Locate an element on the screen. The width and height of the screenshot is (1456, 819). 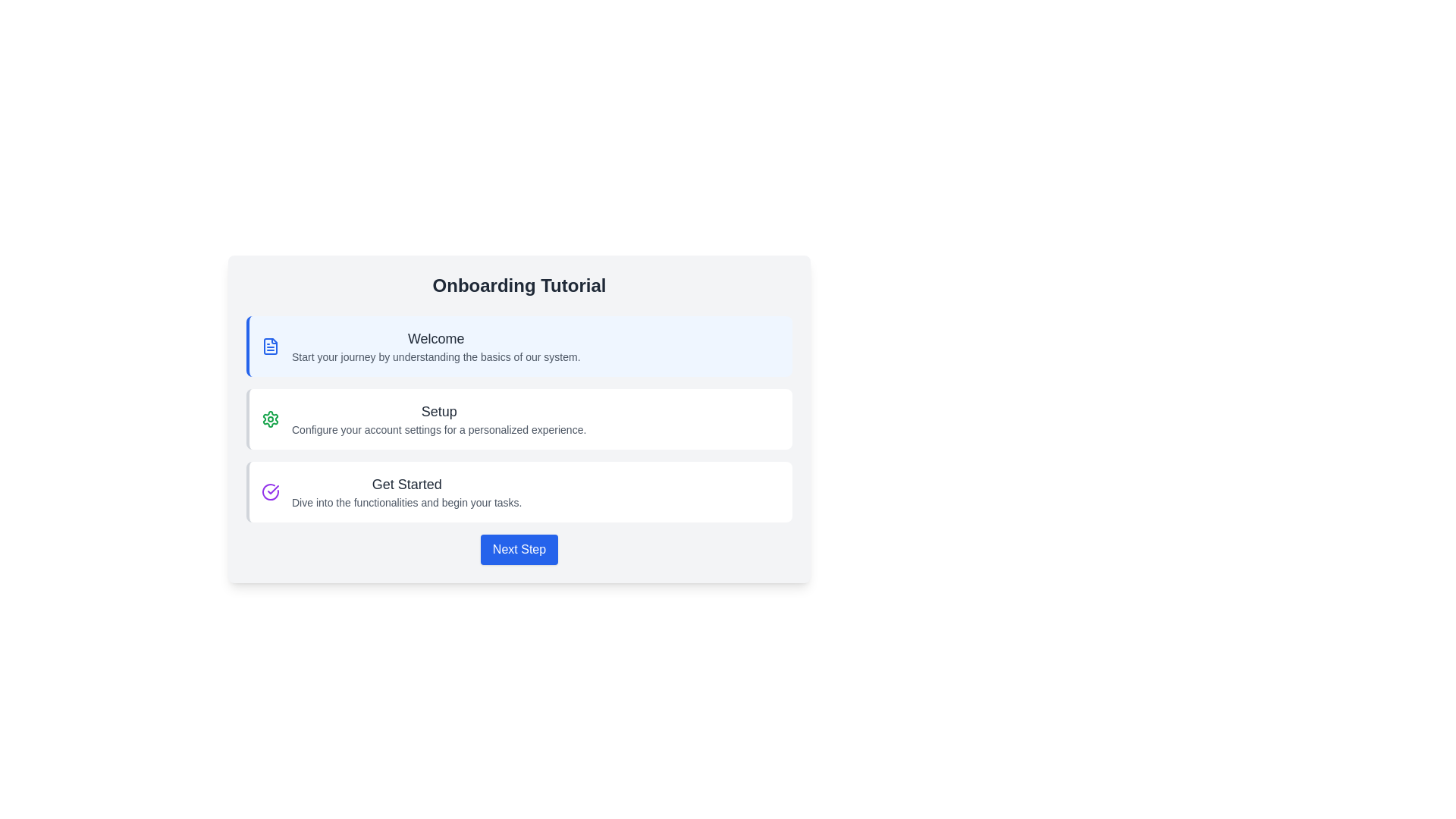
the headline text in the lower right area of the 'Get Started' section to highlight it is located at coordinates (406, 485).